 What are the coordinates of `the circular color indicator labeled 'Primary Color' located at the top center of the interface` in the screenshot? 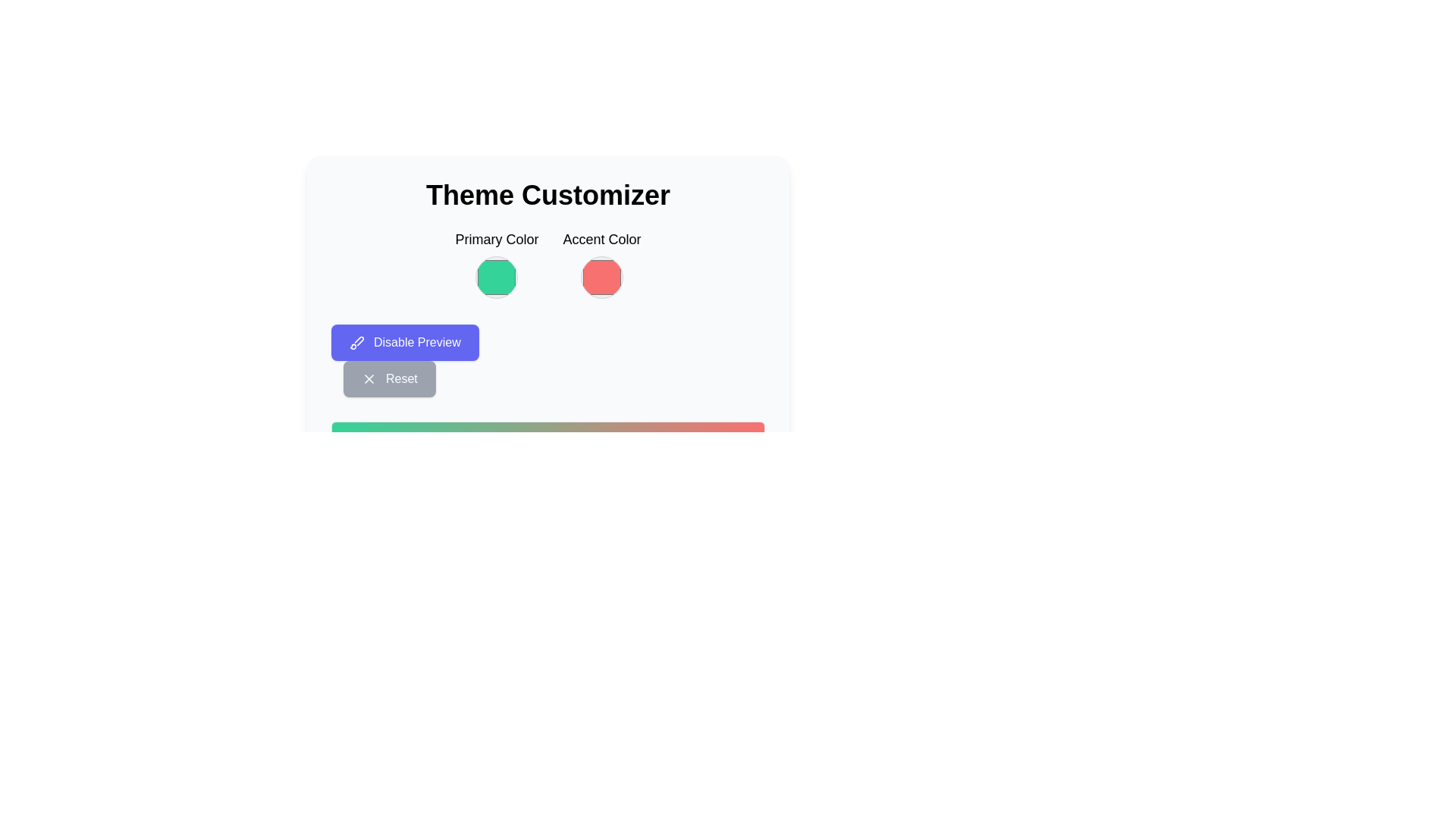 It's located at (497, 263).